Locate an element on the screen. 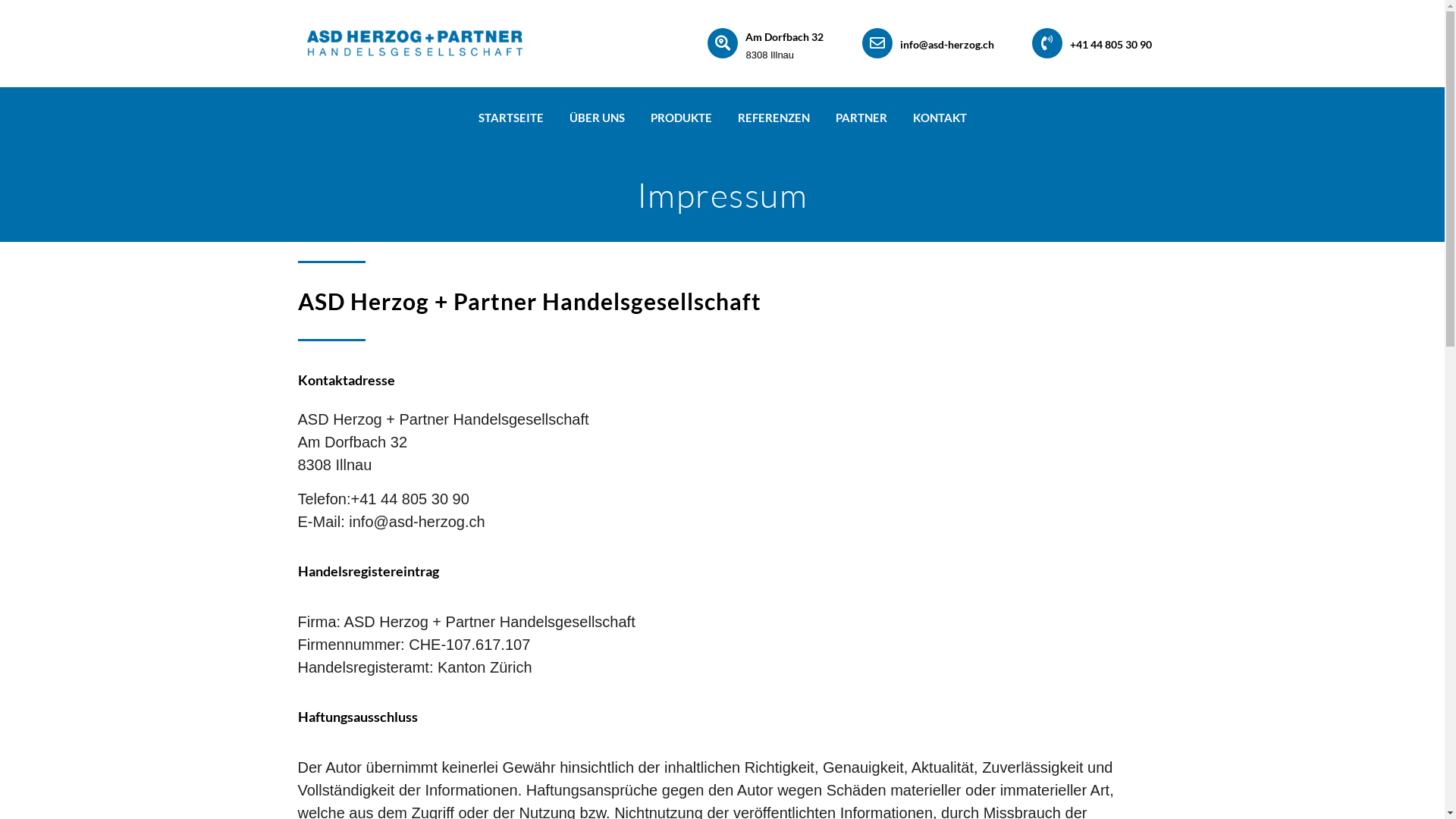 This screenshot has height=819, width=1456. 'Am Dorfbach 32' is located at coordinates (784, 36).